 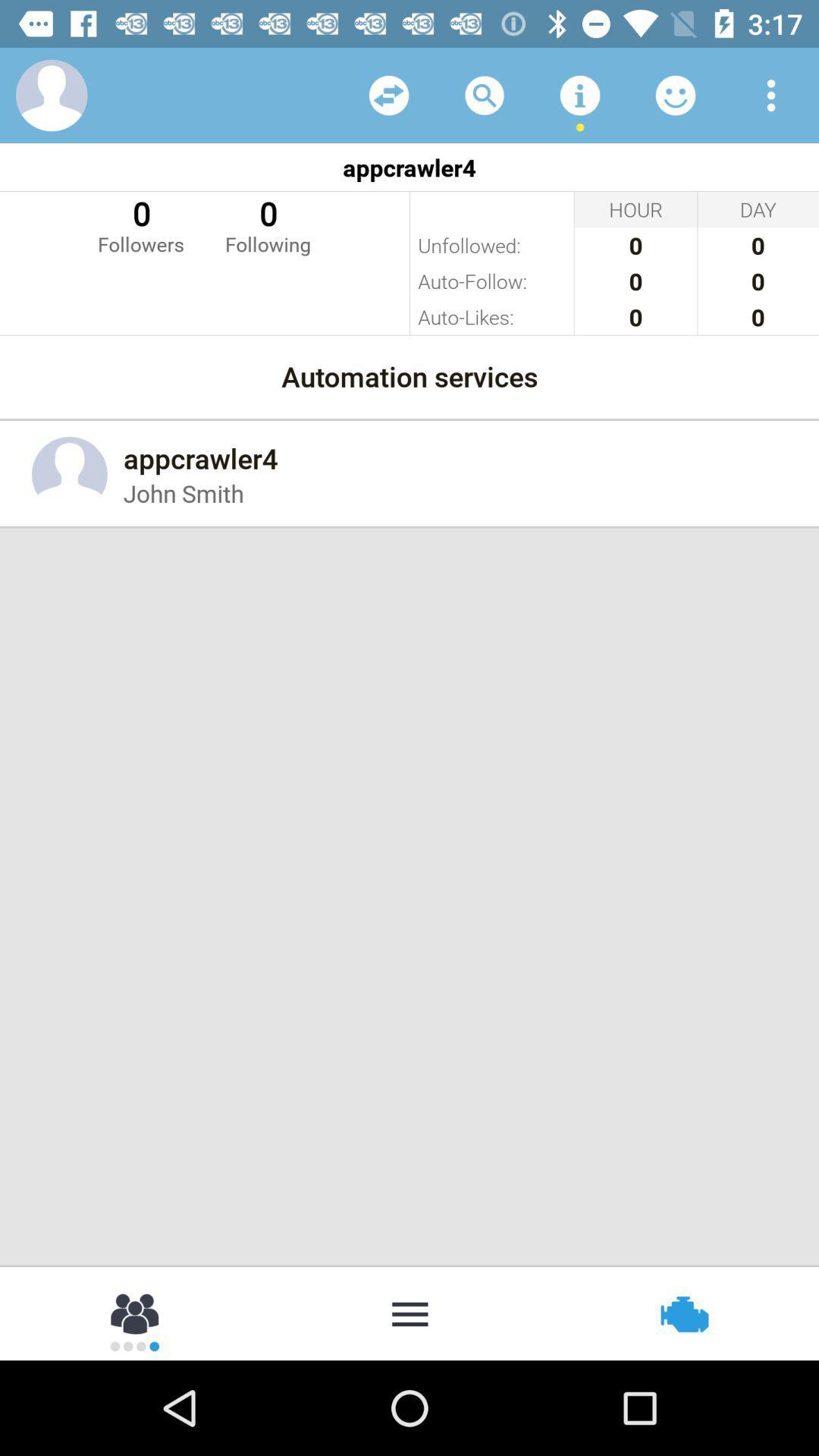 I want to click on emoji menu, so click(x=675, y=94).